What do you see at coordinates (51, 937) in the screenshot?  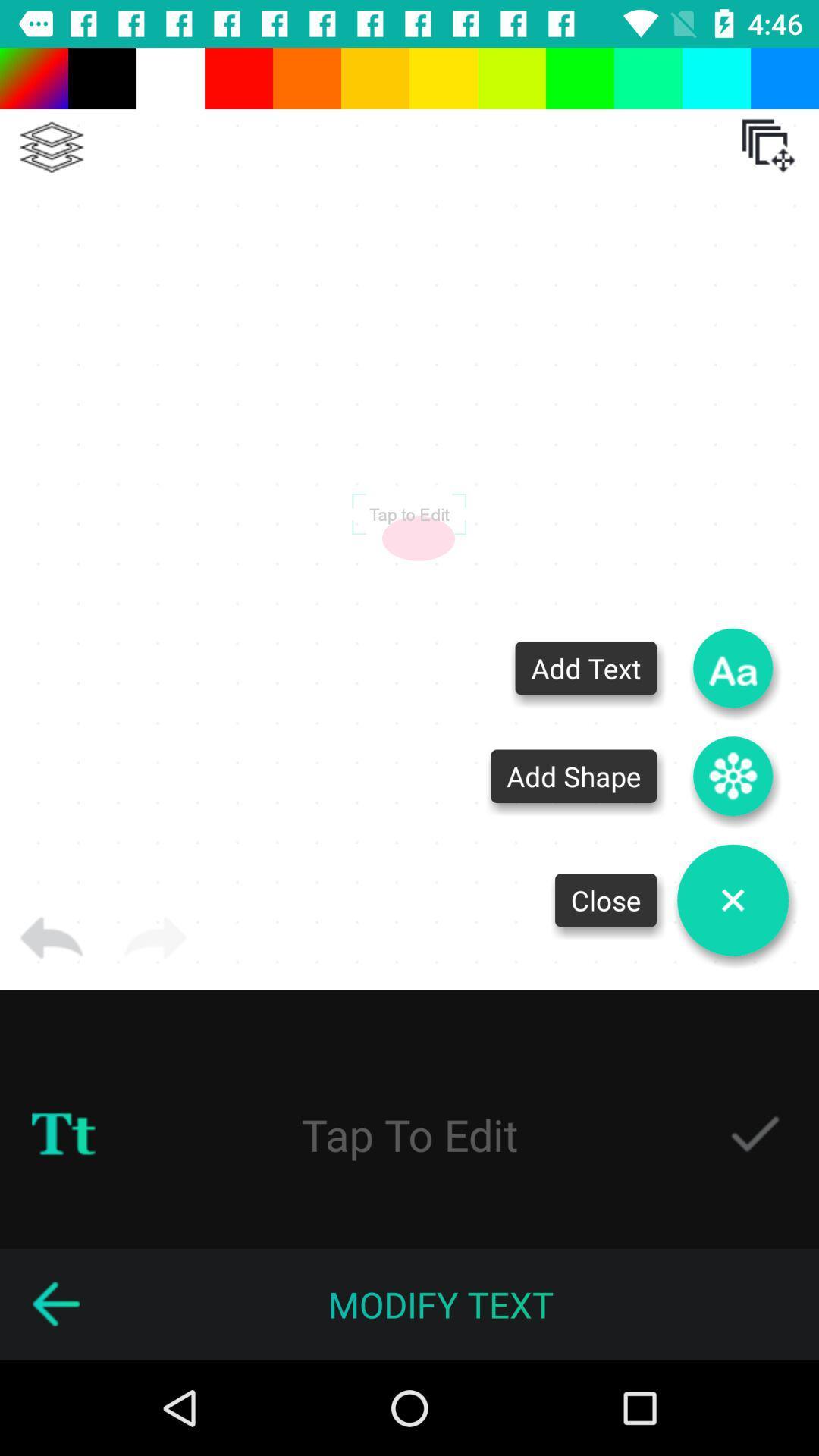 I see `return to previous` at bounding box center [51, 937].